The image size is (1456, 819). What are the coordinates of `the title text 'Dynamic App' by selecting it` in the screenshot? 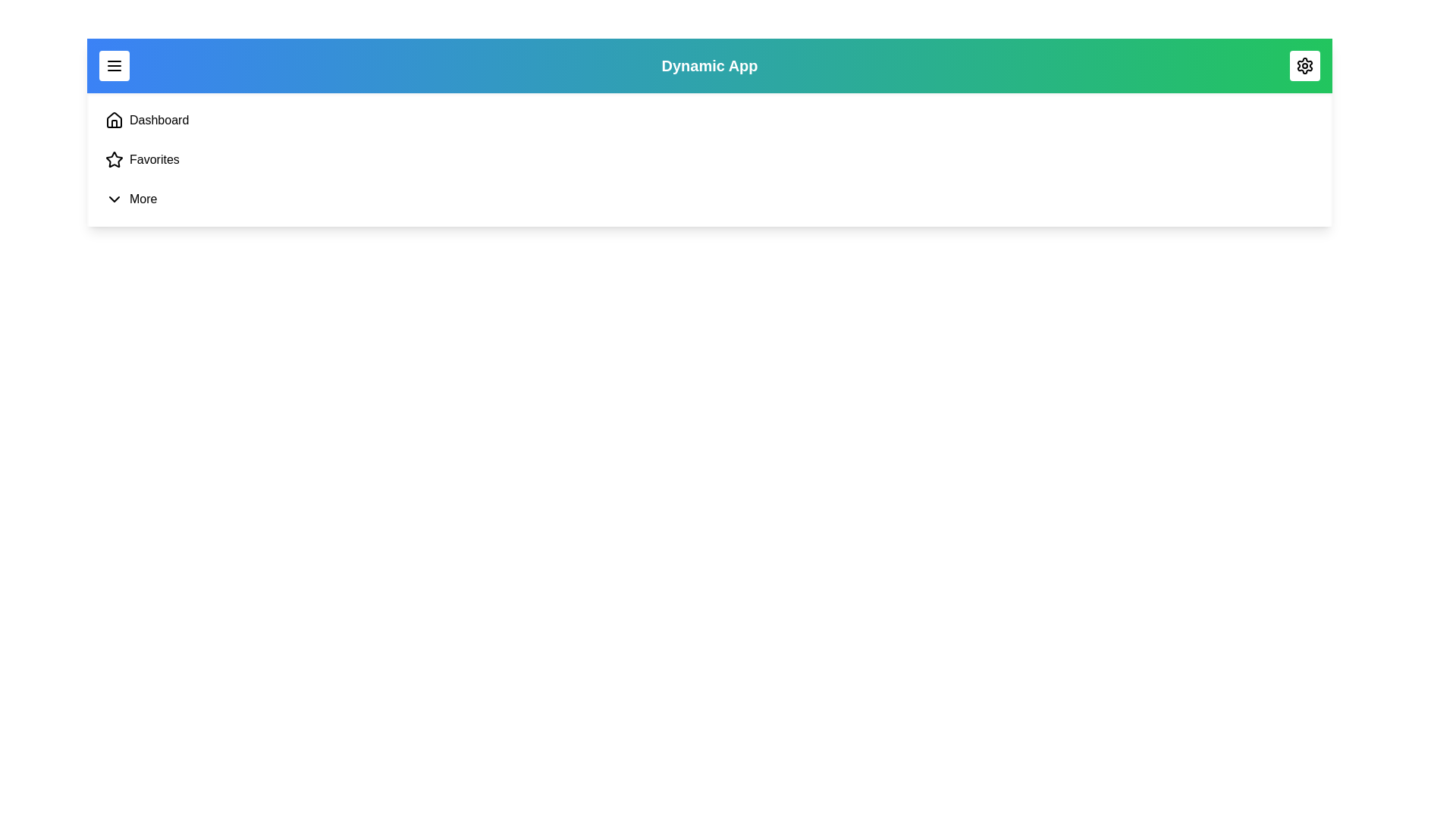 It's located at (709, 65).